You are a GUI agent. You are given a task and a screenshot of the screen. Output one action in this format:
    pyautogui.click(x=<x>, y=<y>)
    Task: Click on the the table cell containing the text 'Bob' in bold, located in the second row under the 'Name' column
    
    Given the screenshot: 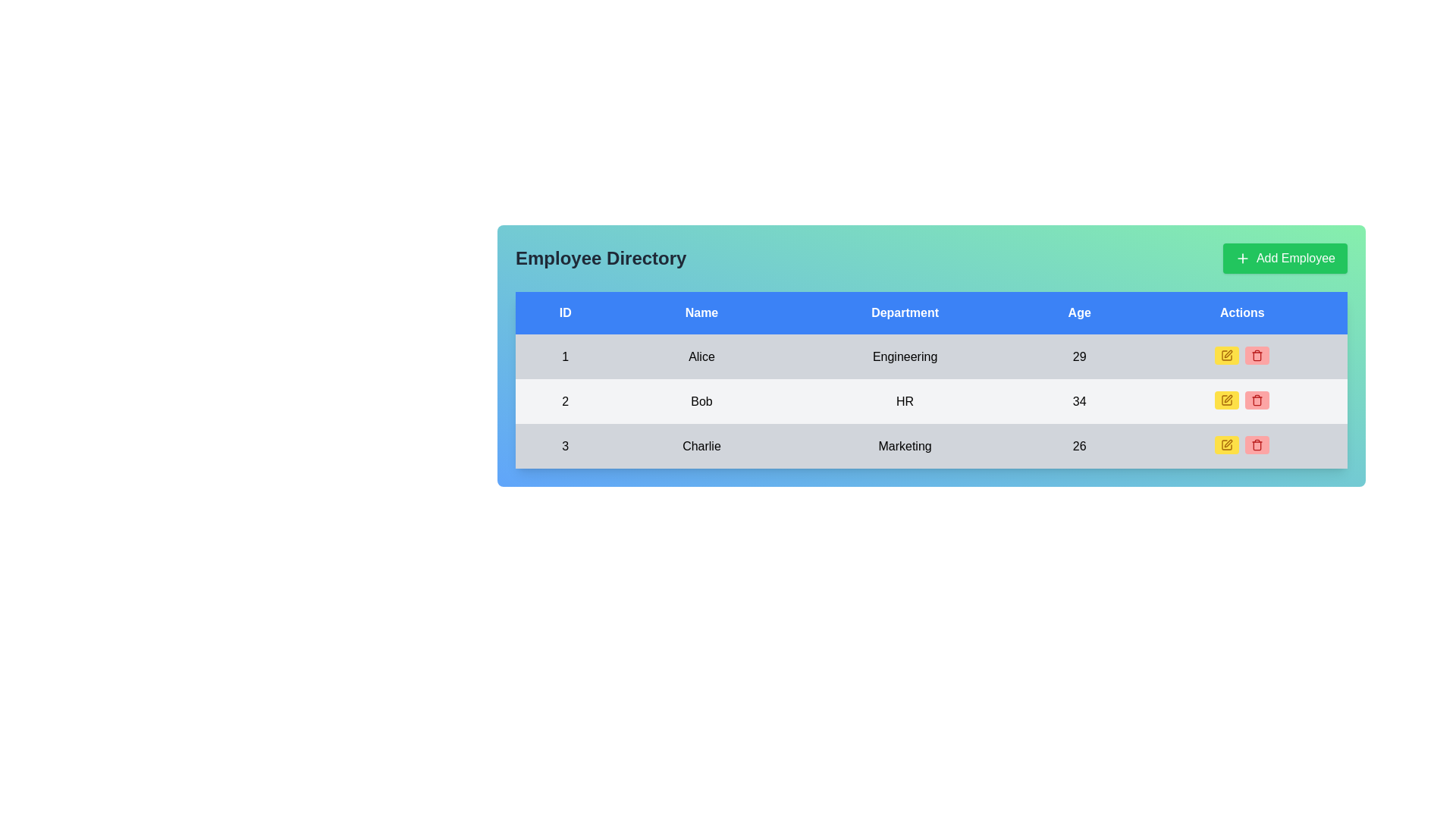 What is the action you would take?
    pyautogui.click(x=701, y=400)
    